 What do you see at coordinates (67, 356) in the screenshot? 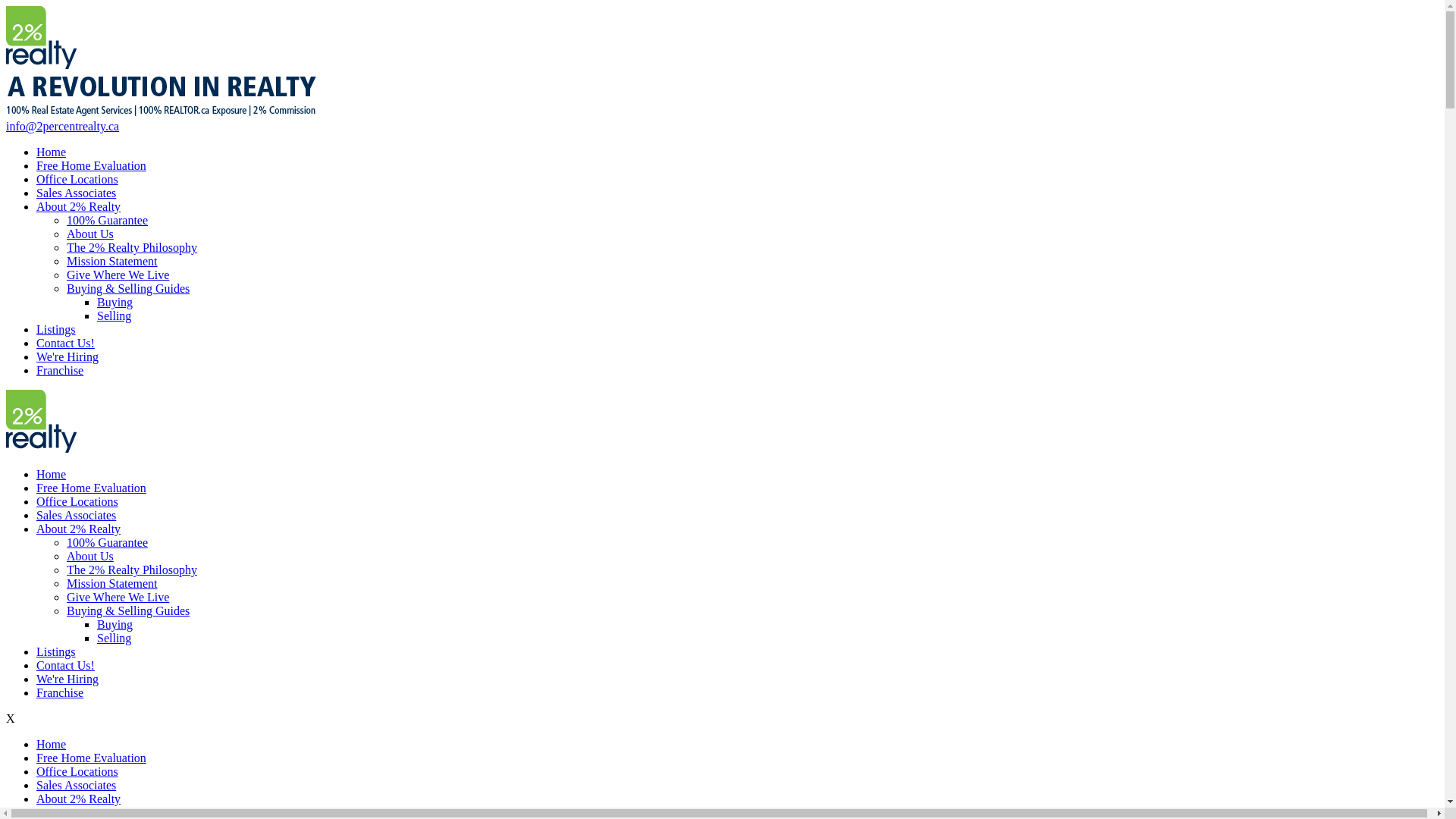
I see `'We're Hiring'` at bounding box center [67, 356].